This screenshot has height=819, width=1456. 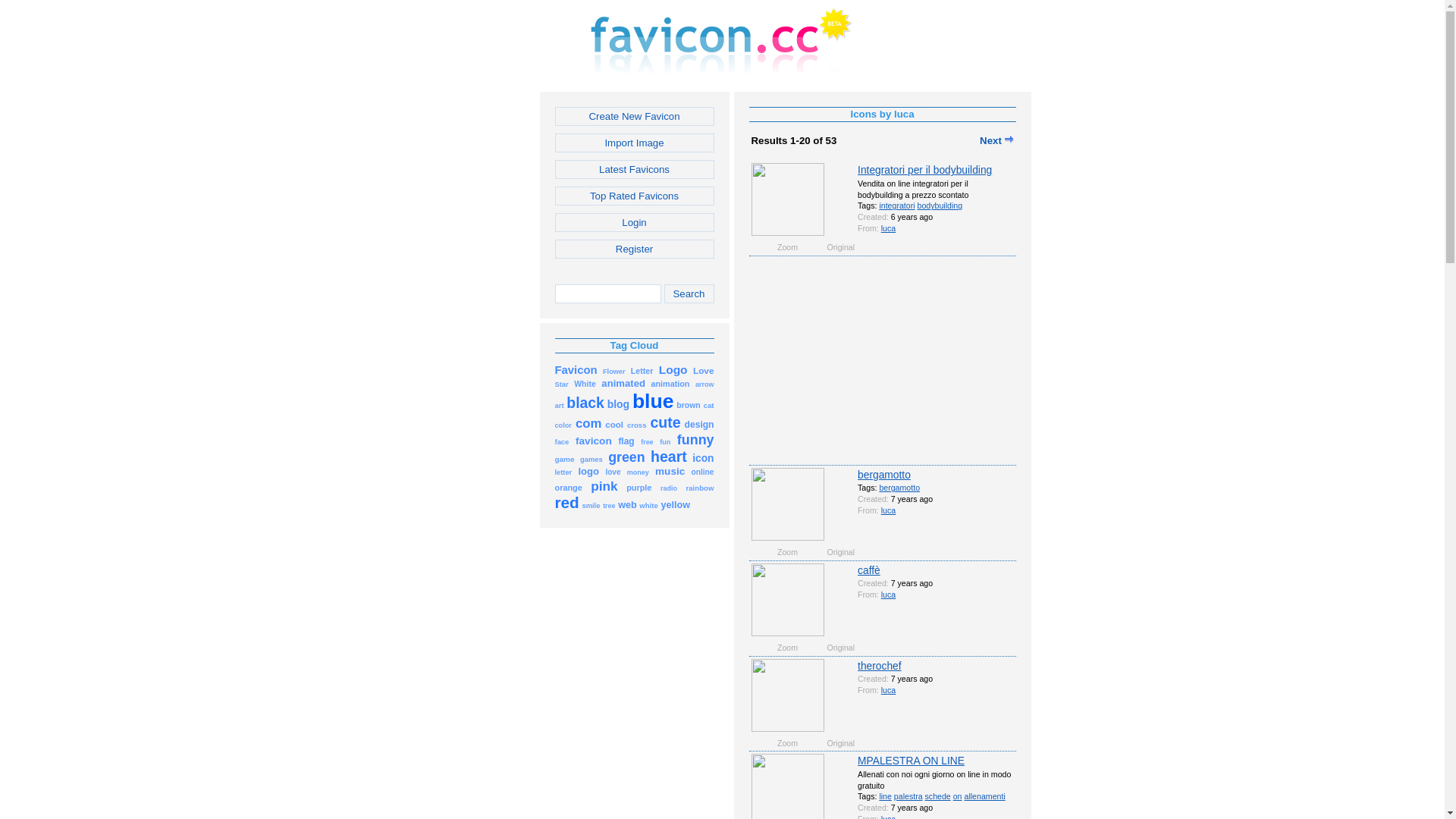 What do you see at coordinates (577, 470) in the screenshot?
I see `'logo'` at bounding box center [577, 470].